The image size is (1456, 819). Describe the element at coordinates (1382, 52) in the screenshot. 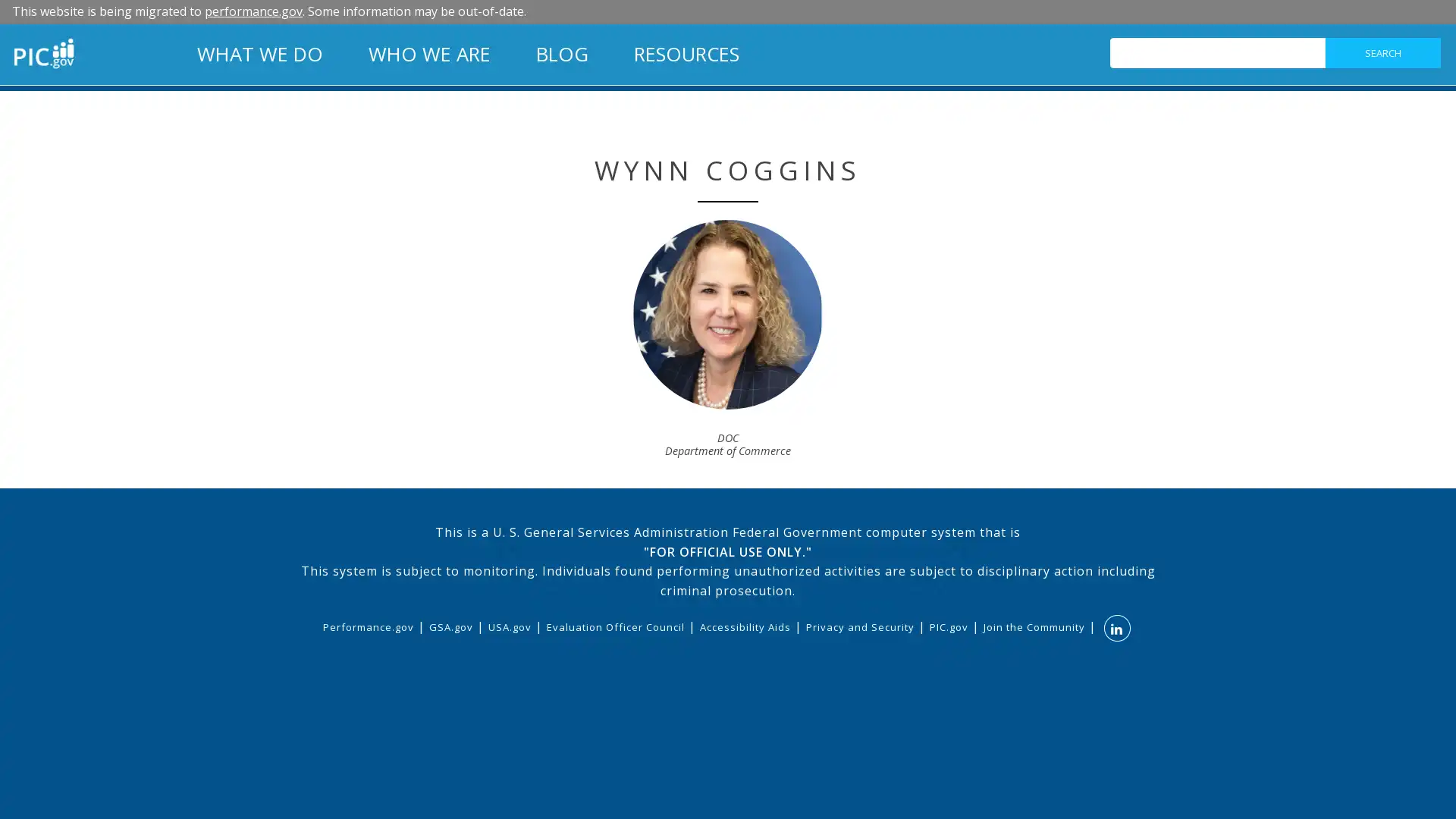

I see `Search` at that location.